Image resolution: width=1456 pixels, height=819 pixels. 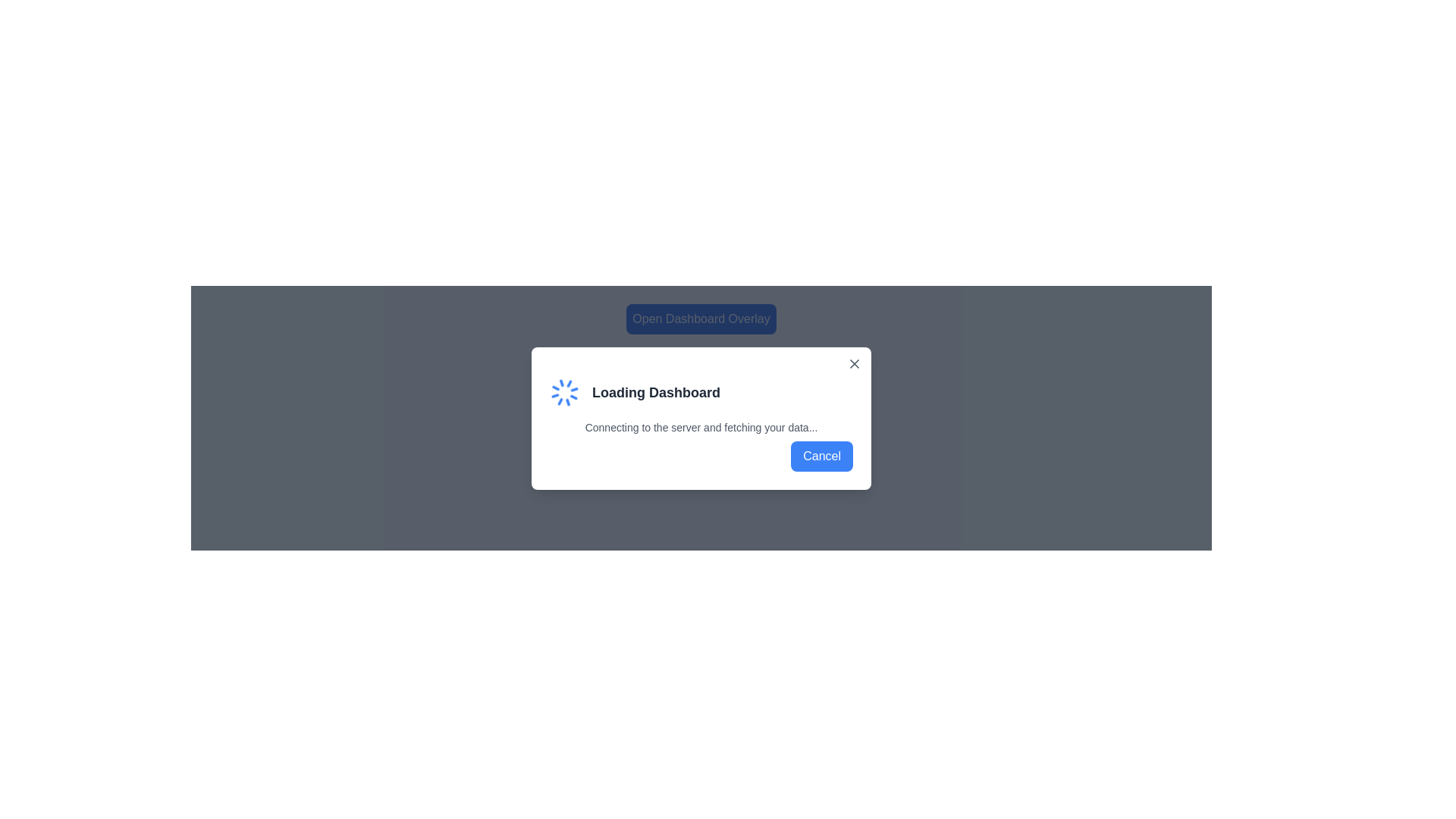 I want to click on the close button located at the top-right of the popup window for interaction feedback, so click(x=855, y=363).